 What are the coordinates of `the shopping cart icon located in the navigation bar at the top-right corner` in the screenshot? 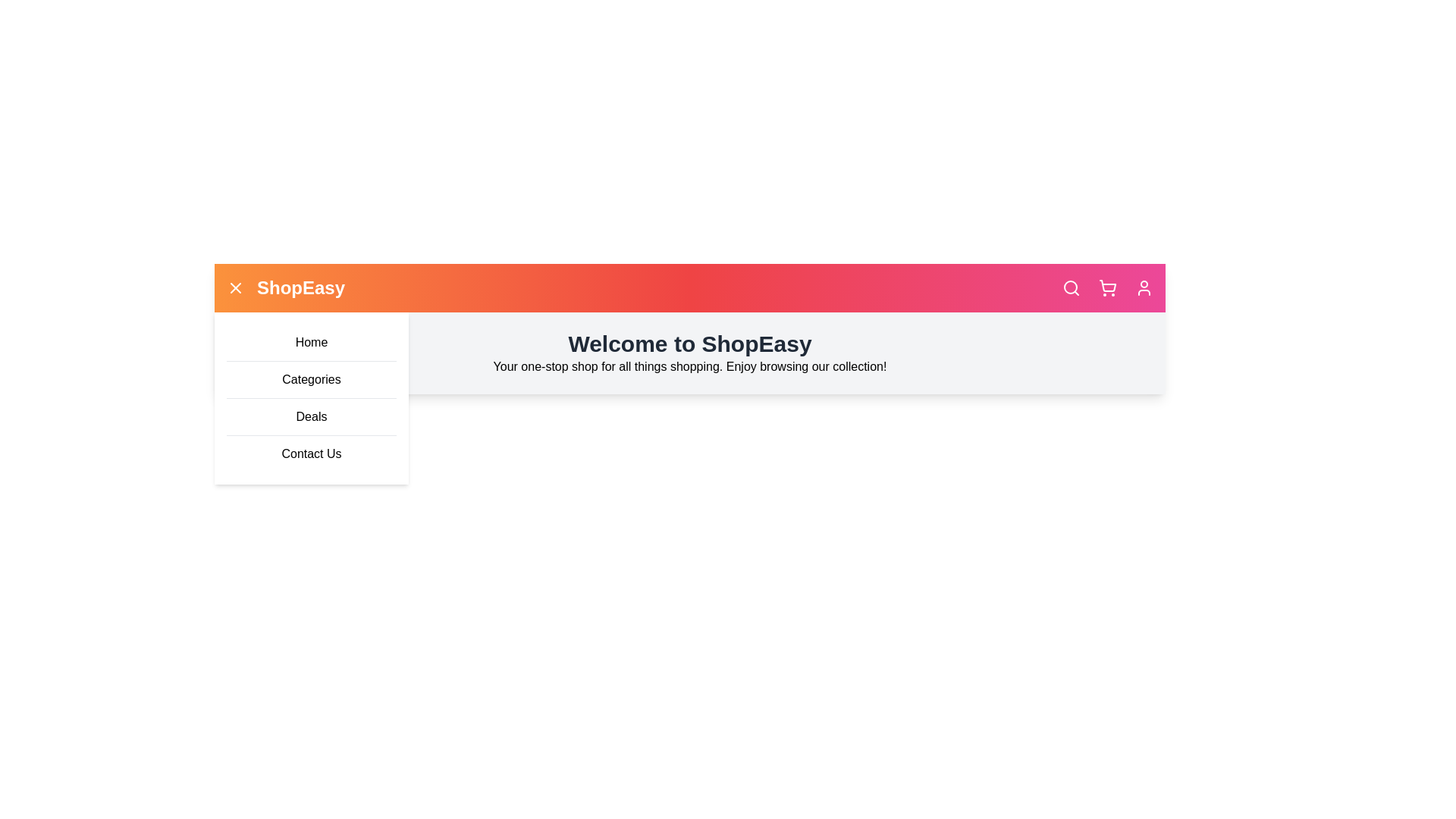 It's located at (1107, 288).